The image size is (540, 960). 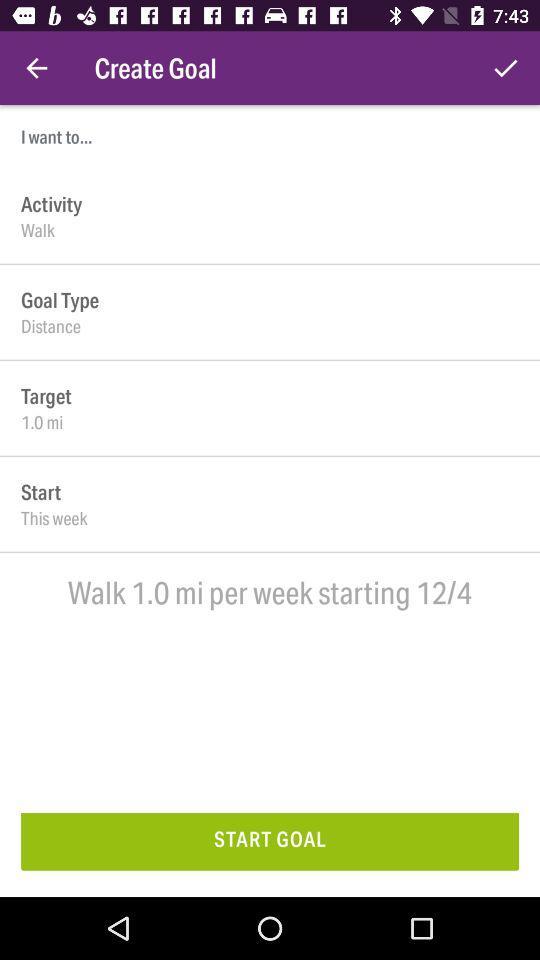 I want to click on the icon next to create goal, so click(x=504, y=68).